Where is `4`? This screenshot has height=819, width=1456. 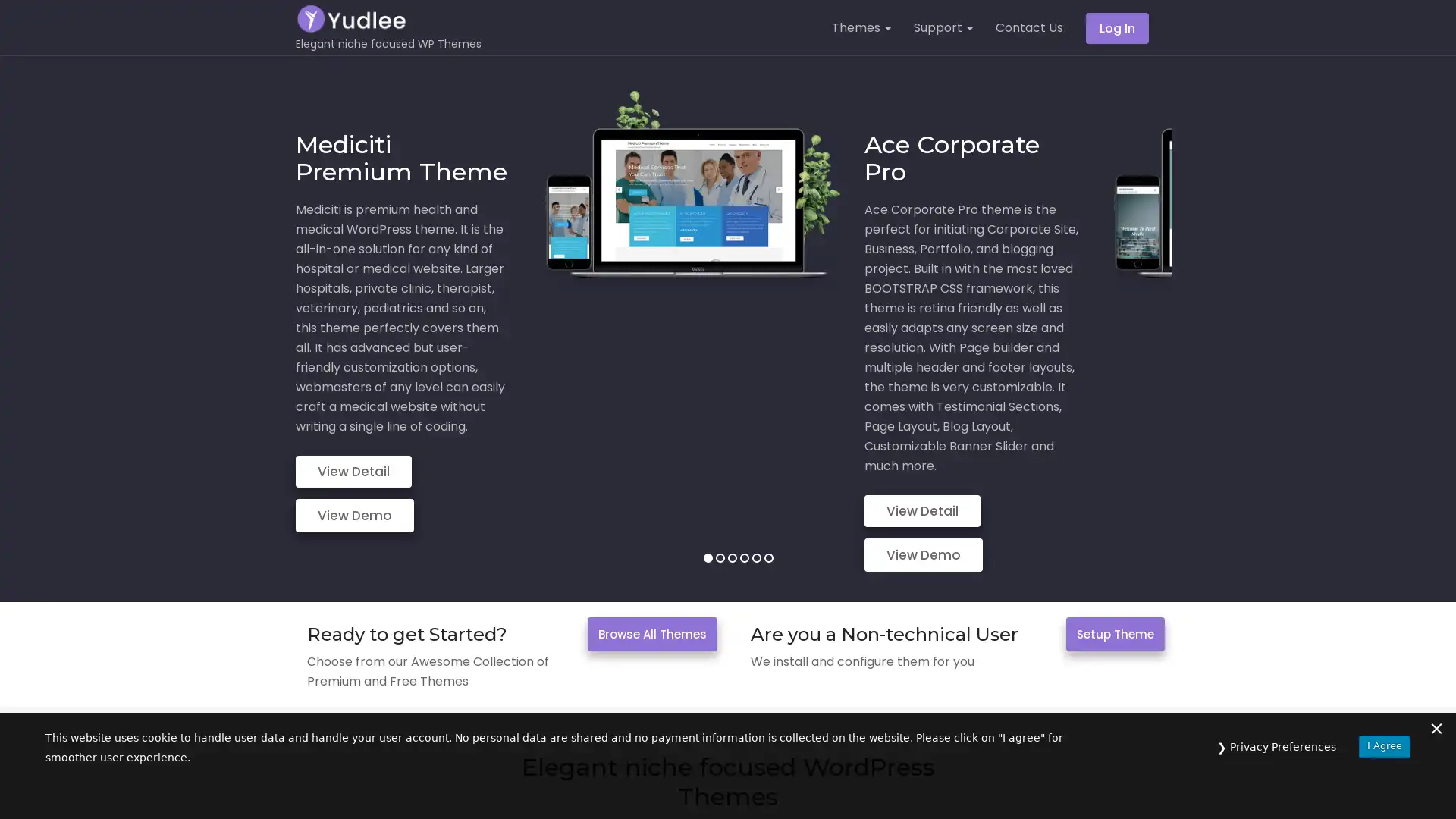
4 is located at coordinates (743, 451).